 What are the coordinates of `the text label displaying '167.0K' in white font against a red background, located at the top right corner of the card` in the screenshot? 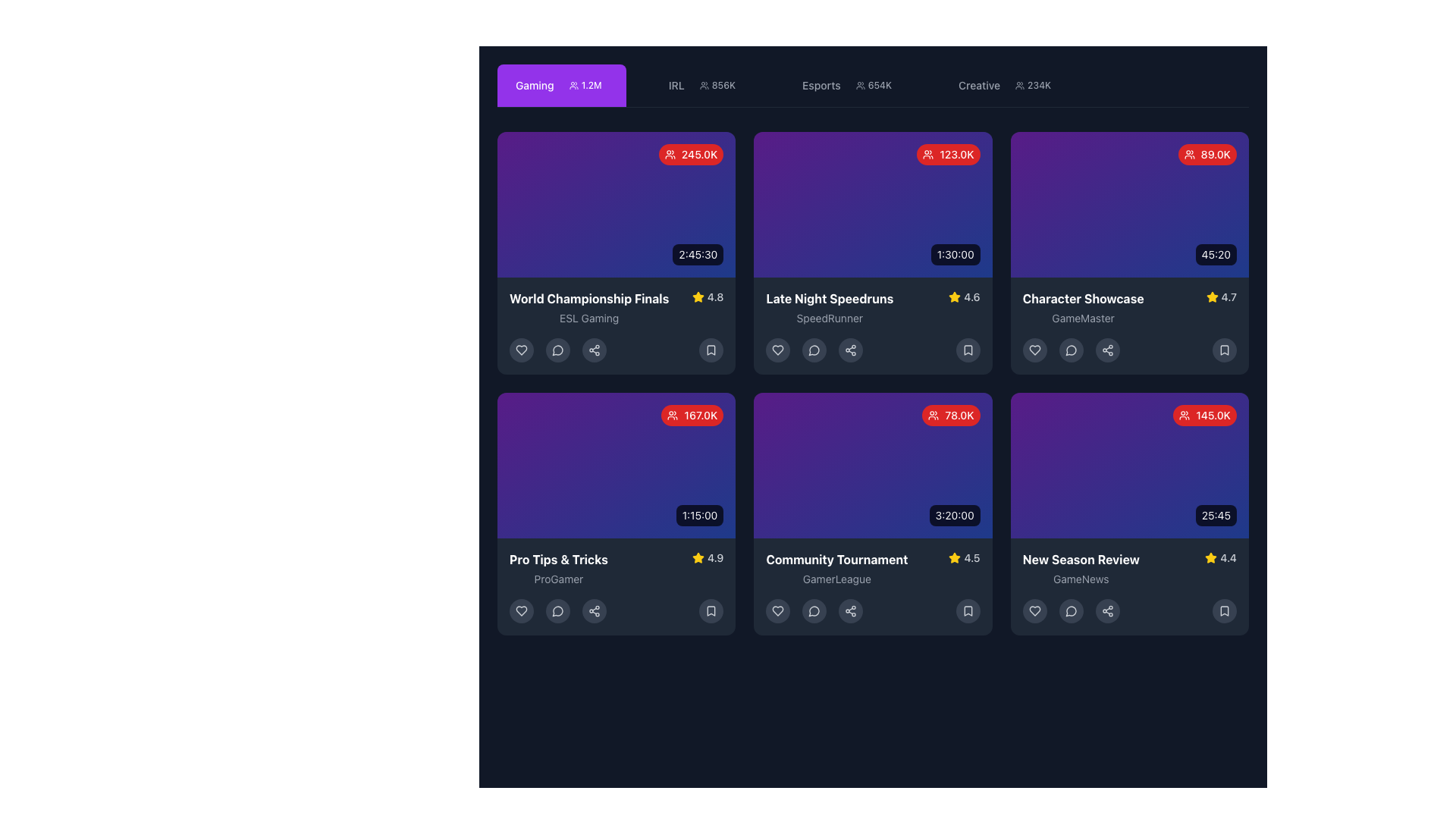 It's located at (700, 415).